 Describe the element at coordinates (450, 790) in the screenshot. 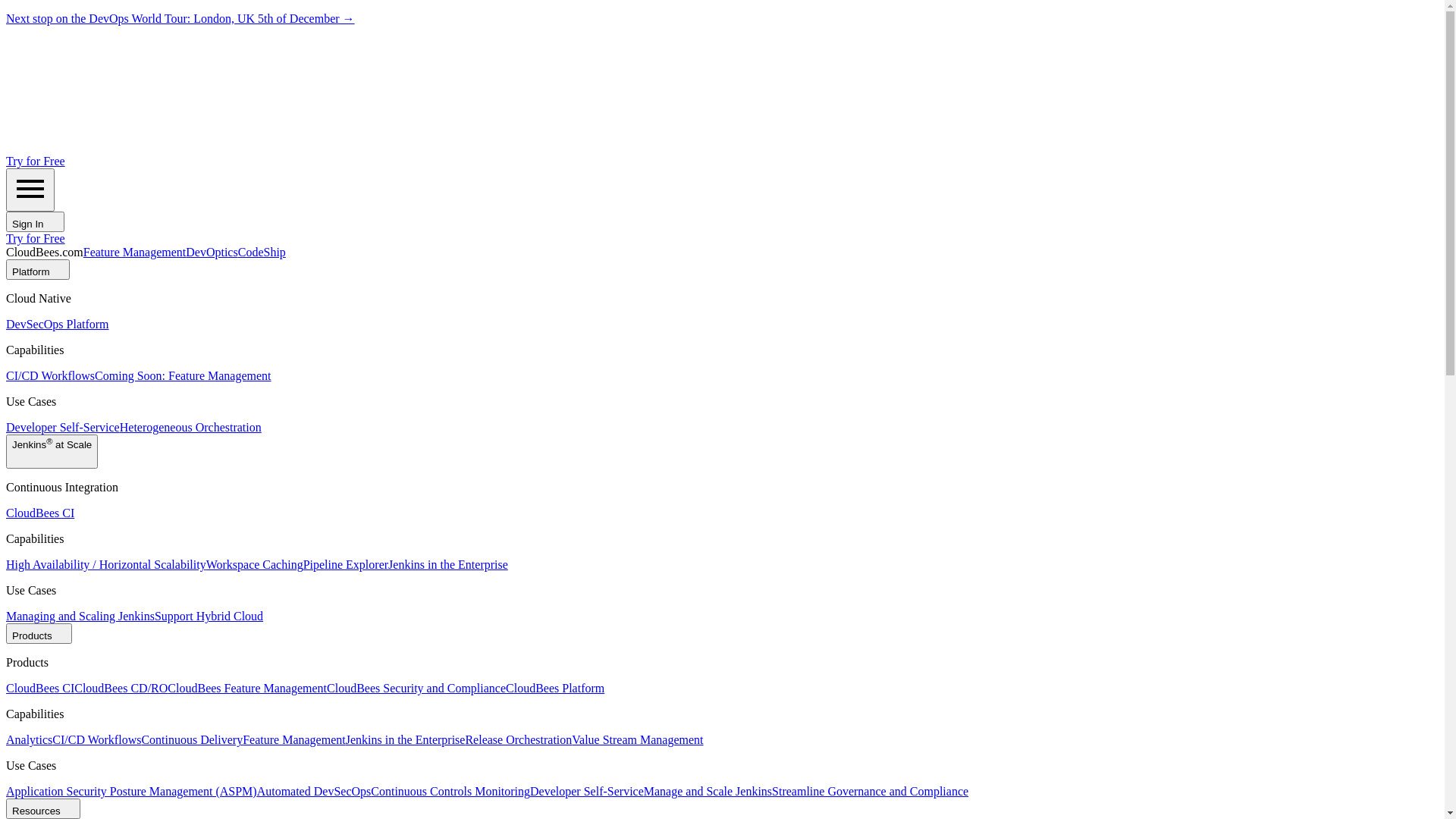

I see `'Continuous Controls Monitoring'` at that location.